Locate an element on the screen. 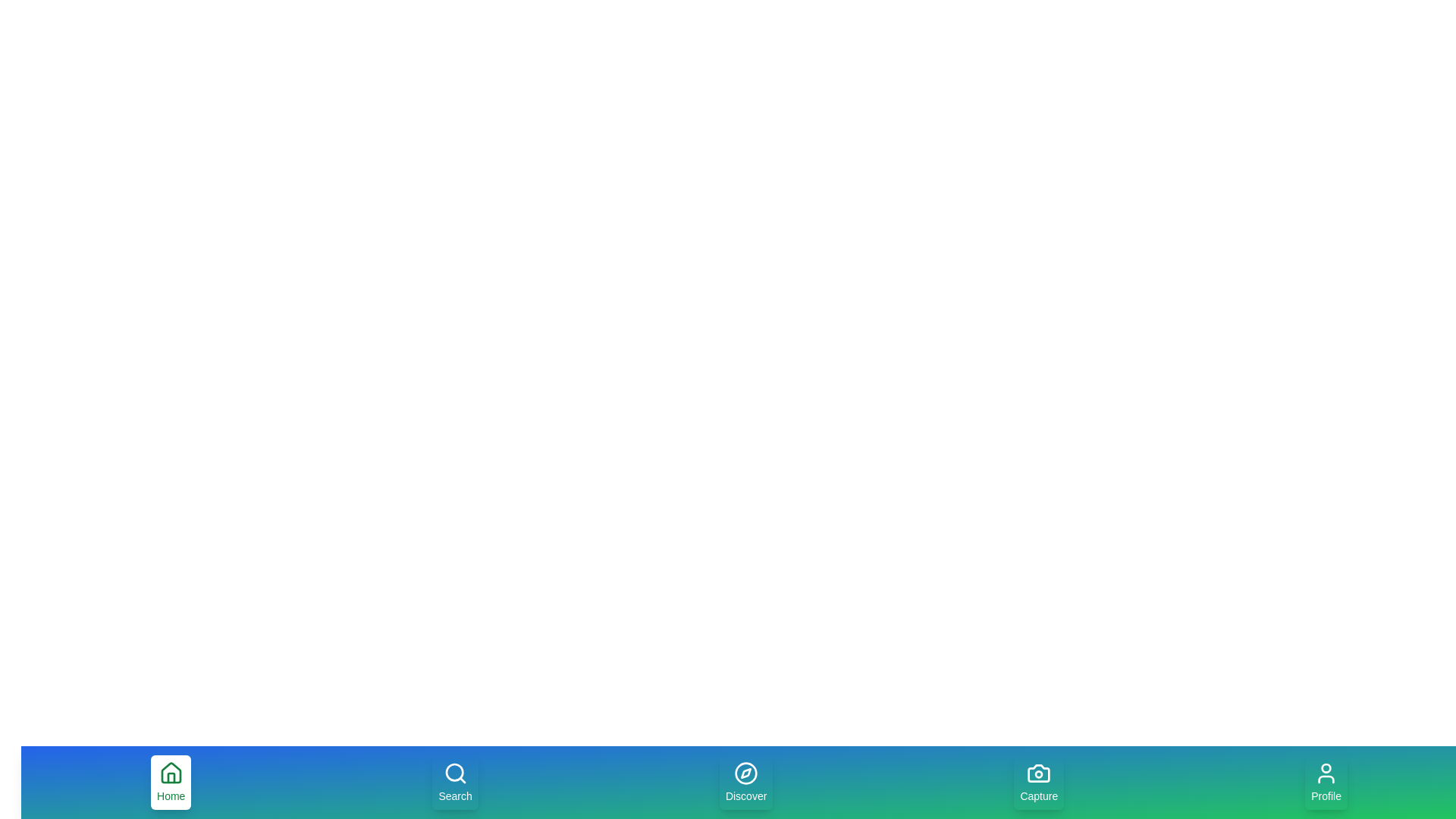 This screenshot has height=819, width=1456. the Search tab to navigate to its section is located at coordinates (454, 783).